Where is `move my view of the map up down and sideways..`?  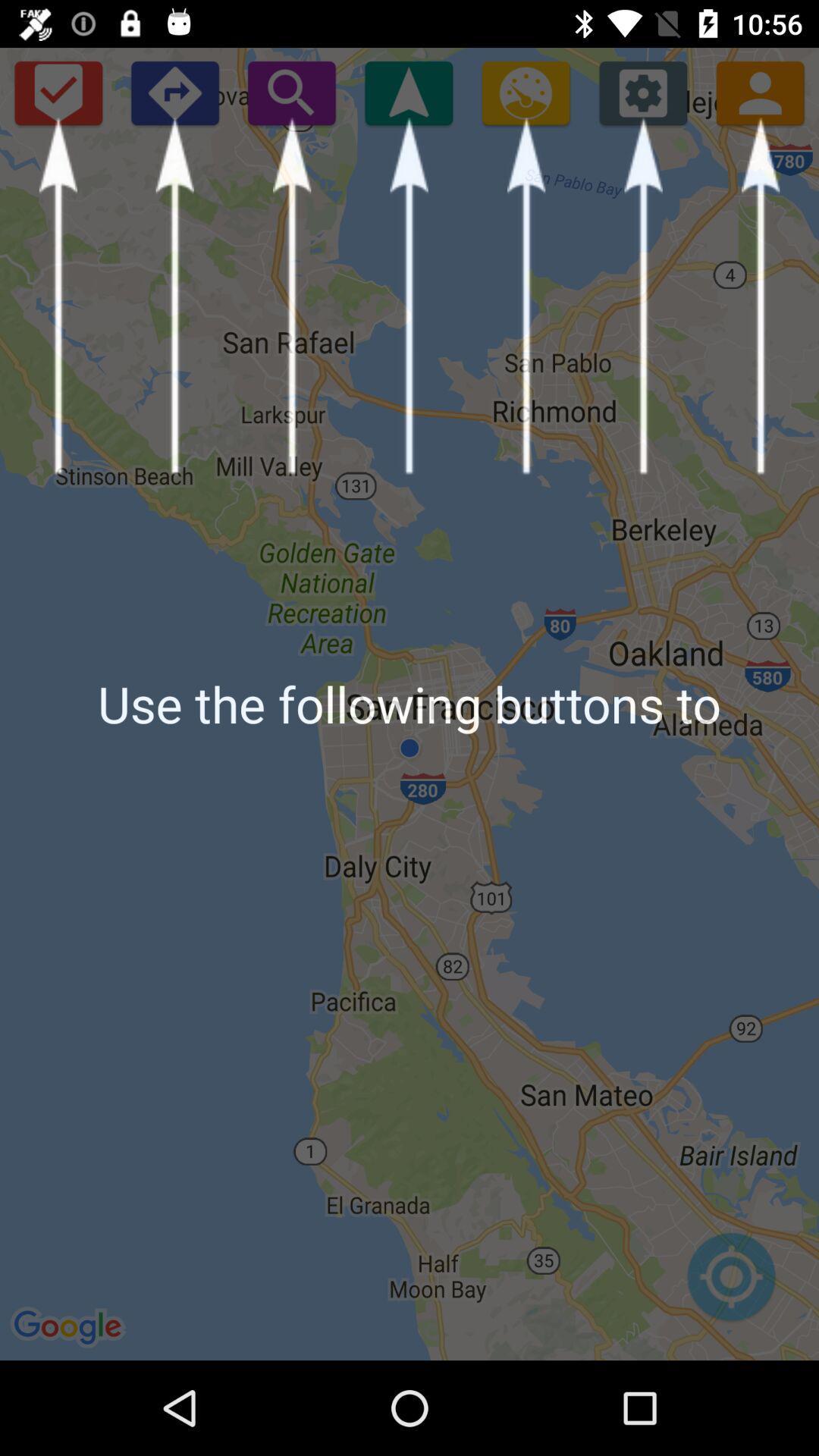
move my view of the map up down and sideways.. is located at coordinates (730, 1284).